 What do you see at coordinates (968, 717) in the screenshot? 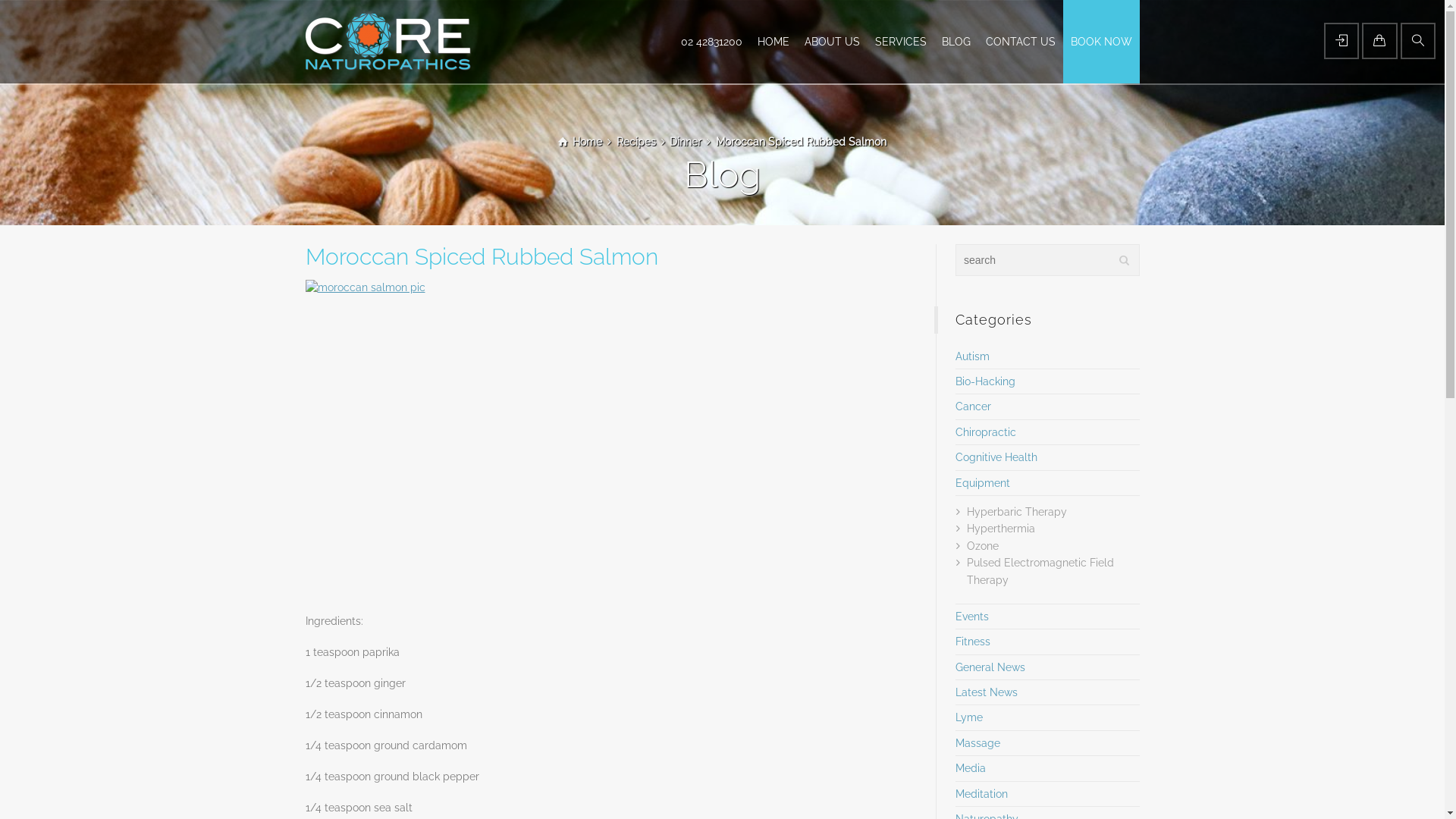
I see `'Lyme'` at bounding box center [968, 717].